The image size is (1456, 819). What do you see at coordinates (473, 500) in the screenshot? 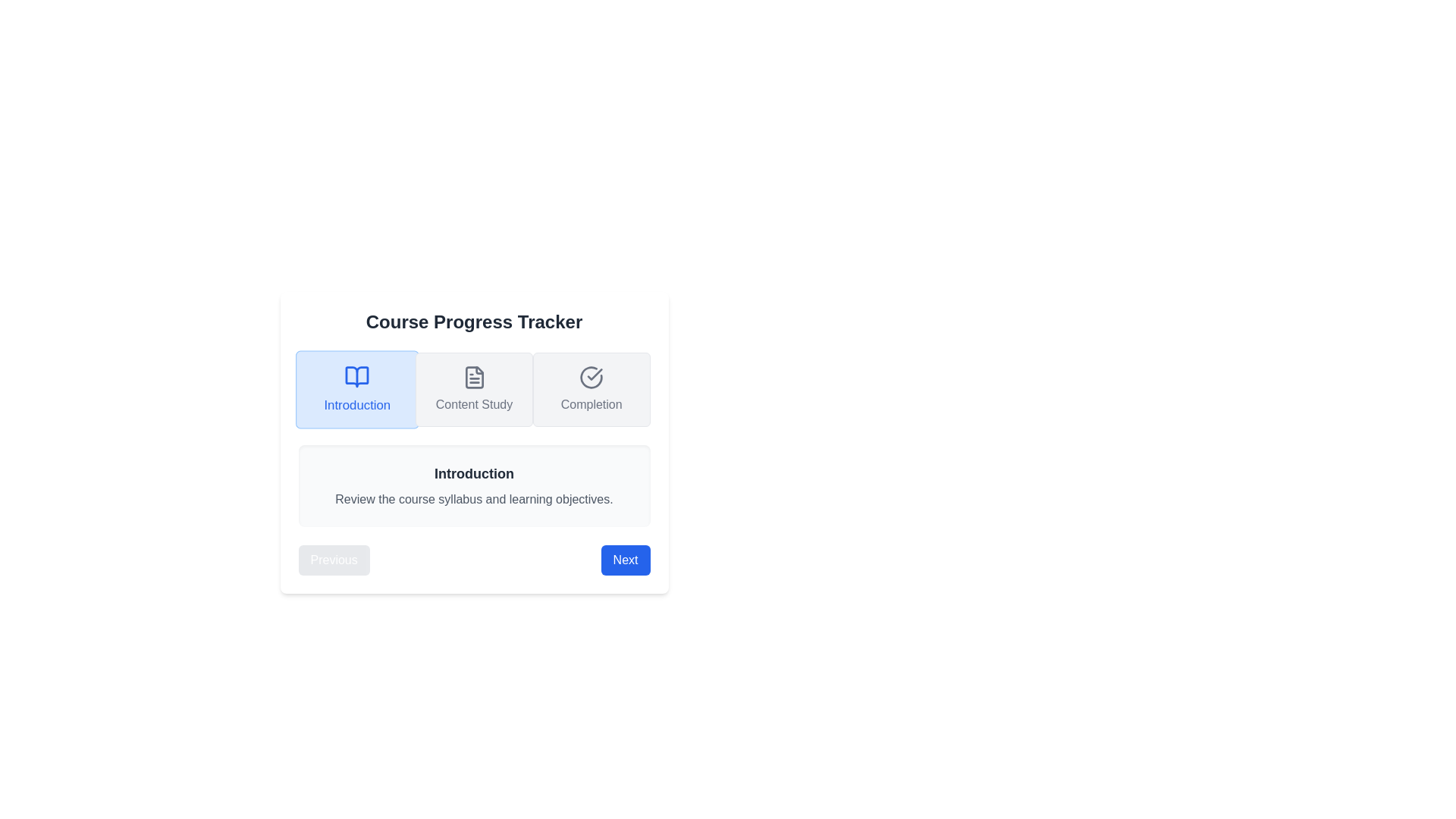
I see `the text label displaying 'Review the course syllabus and learning objectives.' which is positioned below the 'Introduction' header` at bounding box center [473, 500].